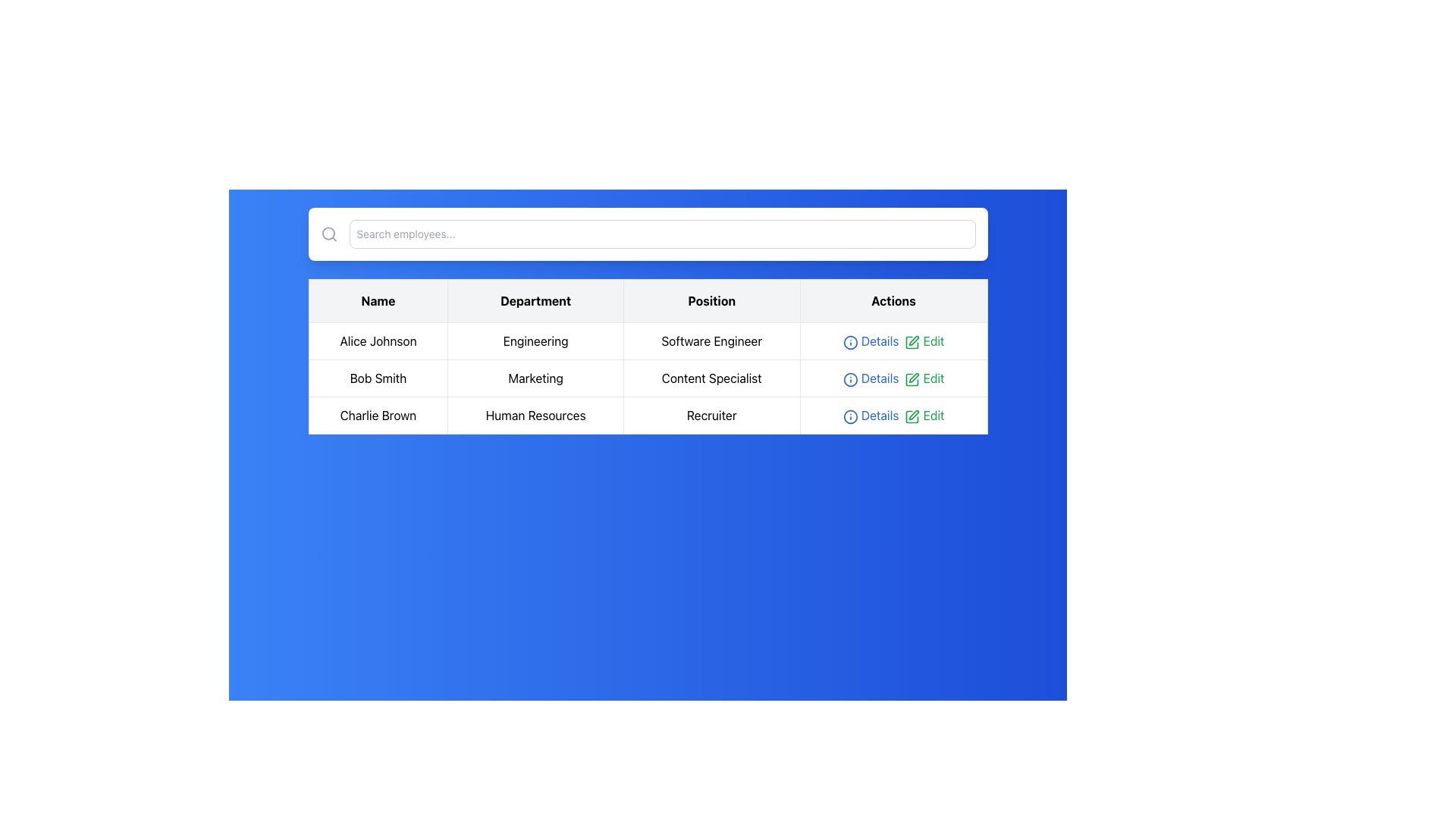 Image resolution: width=1456 pixels, height=819 pixels. Describe the element at coordinates (850, 342) in the screenshot. I see `the visual indicator icon associated with the 'Details' text link in the first row of the table for 'Alice Johnson' under the 'Name' column` at that location.